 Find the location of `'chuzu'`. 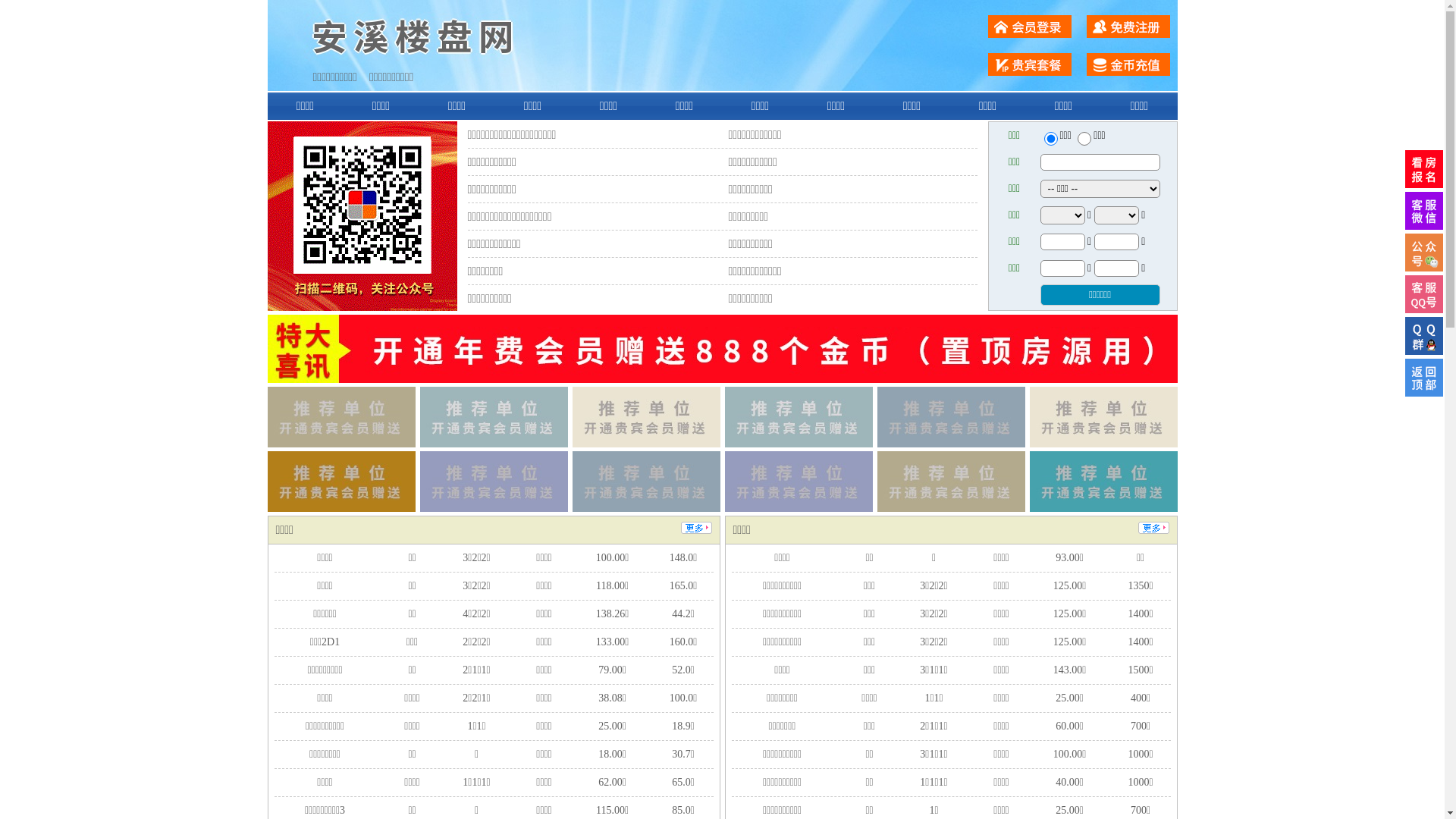

'chuzu' is located at coordinates (1084, 138).